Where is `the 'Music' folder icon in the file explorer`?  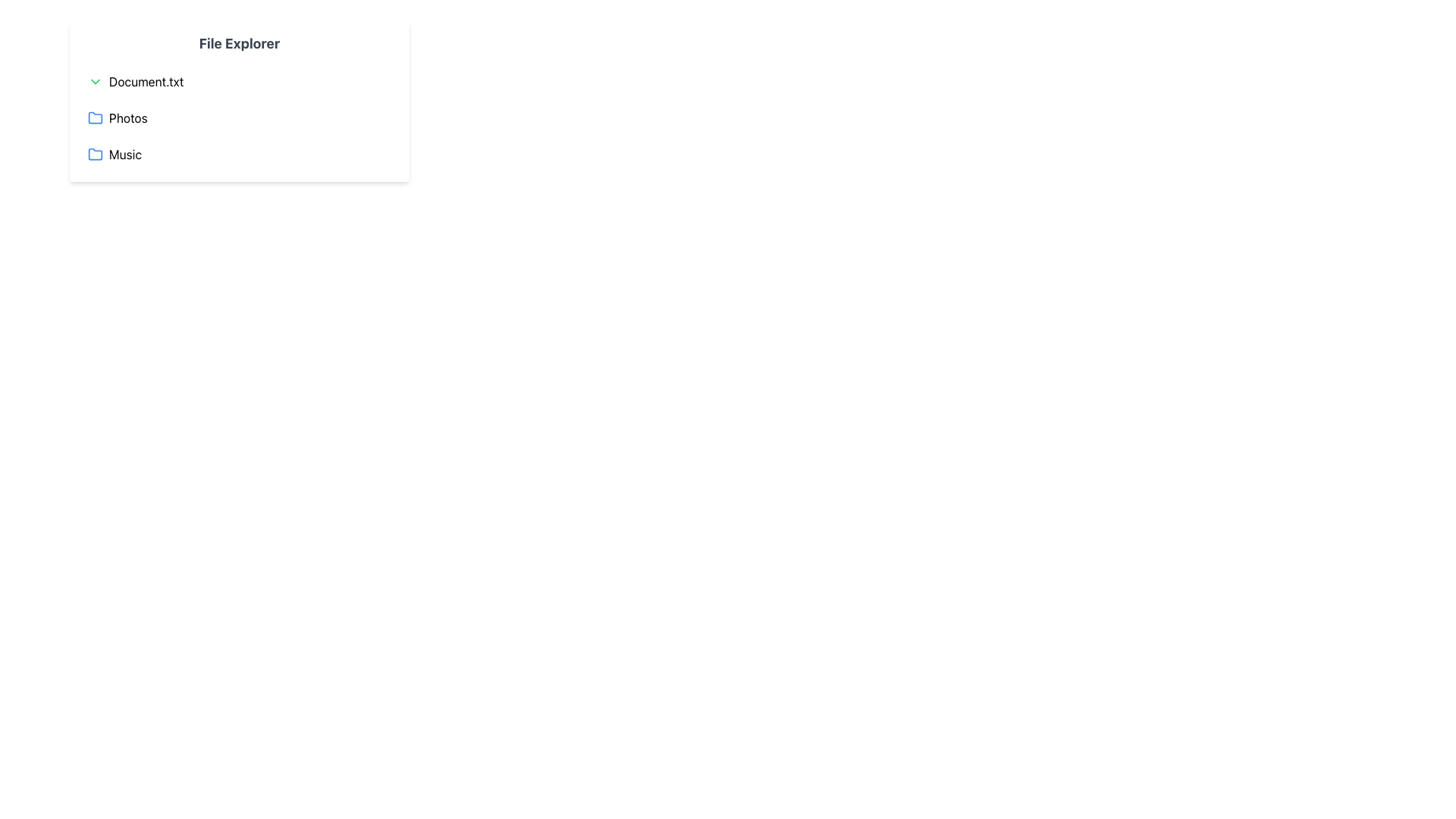 the 'Music' folder icon in the file explorer is located at coordinates (94, 155).